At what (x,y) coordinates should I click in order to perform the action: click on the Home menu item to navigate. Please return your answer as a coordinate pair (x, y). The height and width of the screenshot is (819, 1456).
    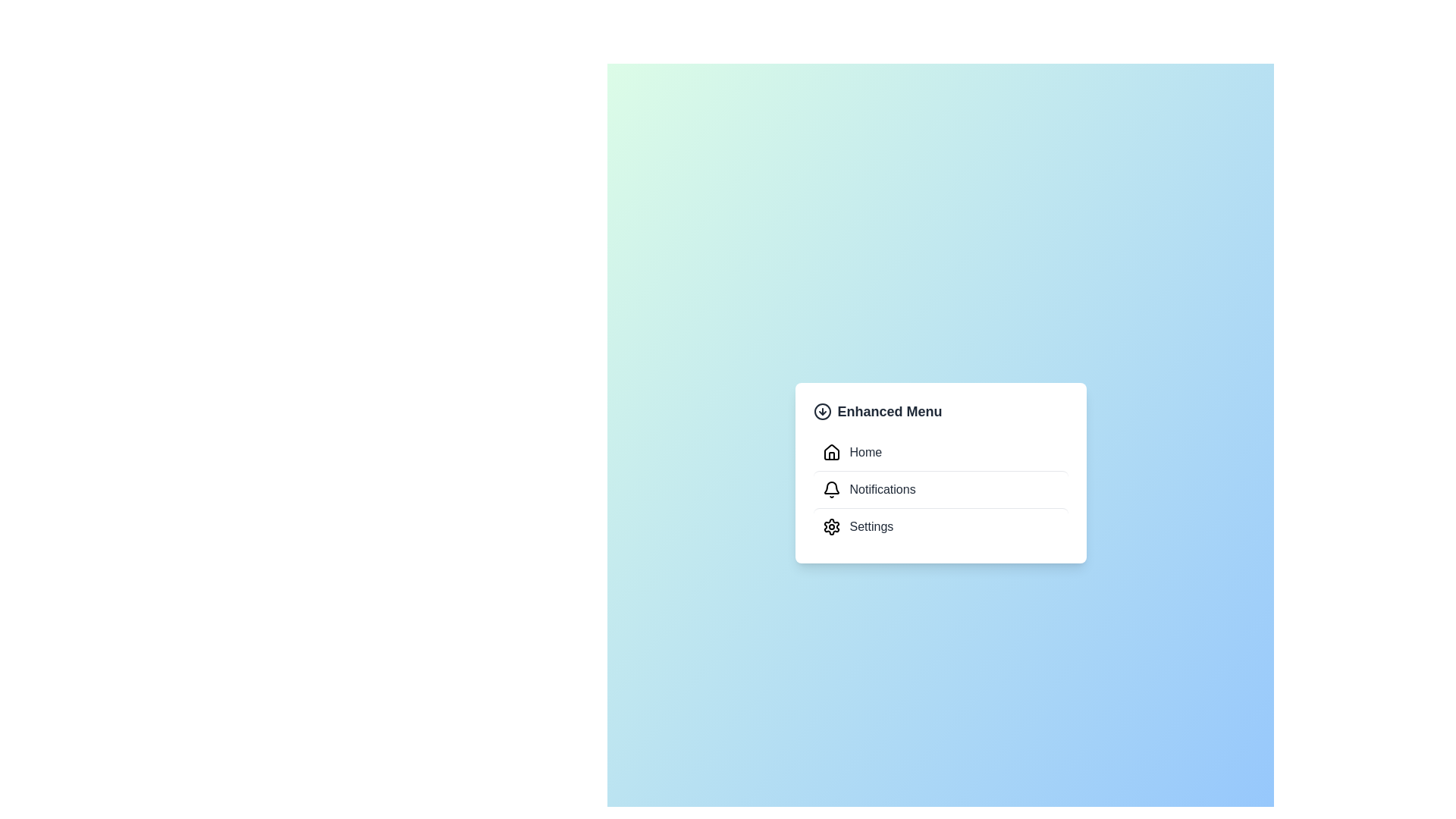
    Looking at the image, I should click on (940, 452).